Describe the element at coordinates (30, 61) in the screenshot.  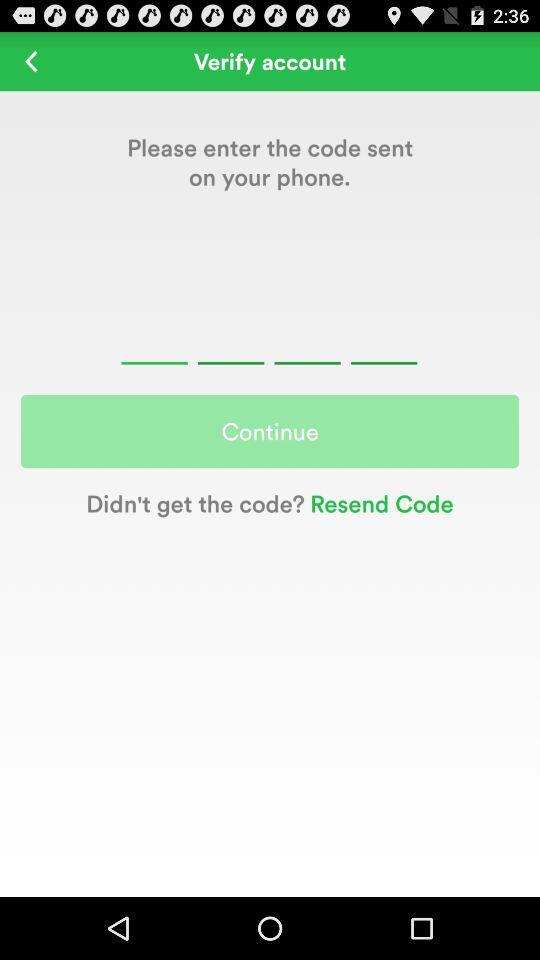
I see `the icon at the top left corner` at that location.